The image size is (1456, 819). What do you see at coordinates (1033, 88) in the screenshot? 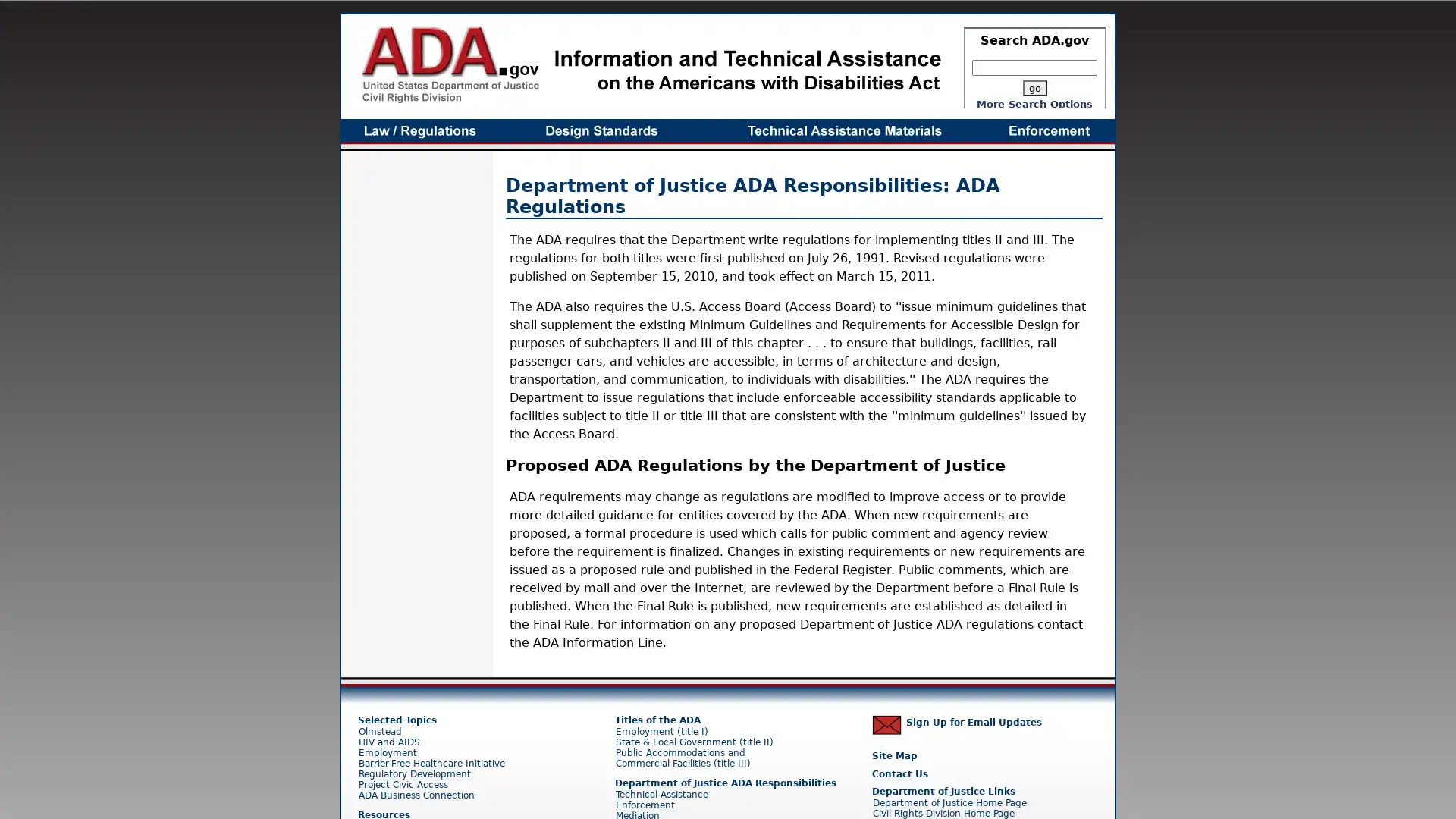
I see `go` at bounding box center [1033, 88].